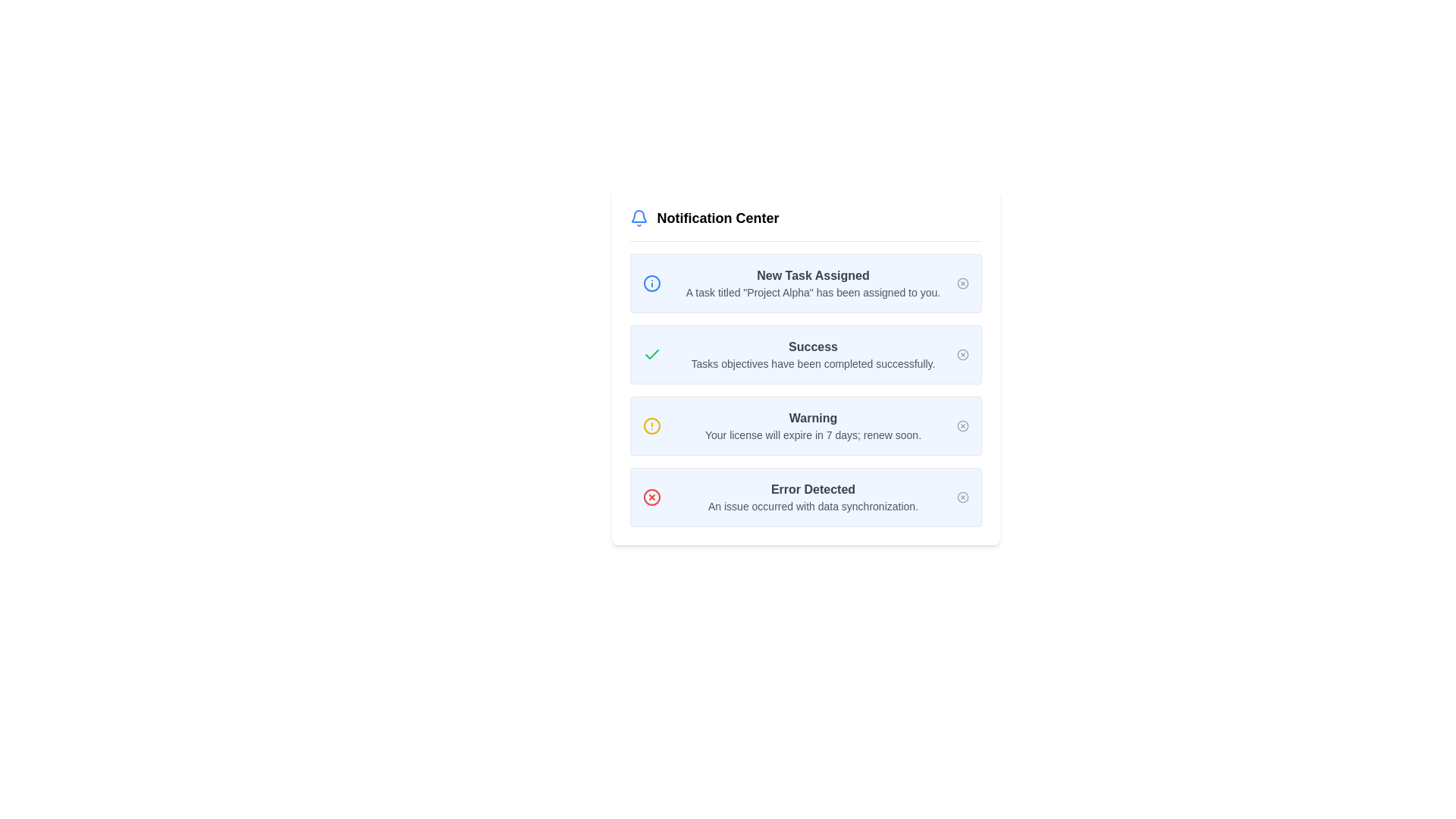 This screenshot has width=1456, height=819. I want to click on the SVG Circle element that represents the error icon in the 'Error Detected' notification at the bottom of the notification list, so click(651, 497).